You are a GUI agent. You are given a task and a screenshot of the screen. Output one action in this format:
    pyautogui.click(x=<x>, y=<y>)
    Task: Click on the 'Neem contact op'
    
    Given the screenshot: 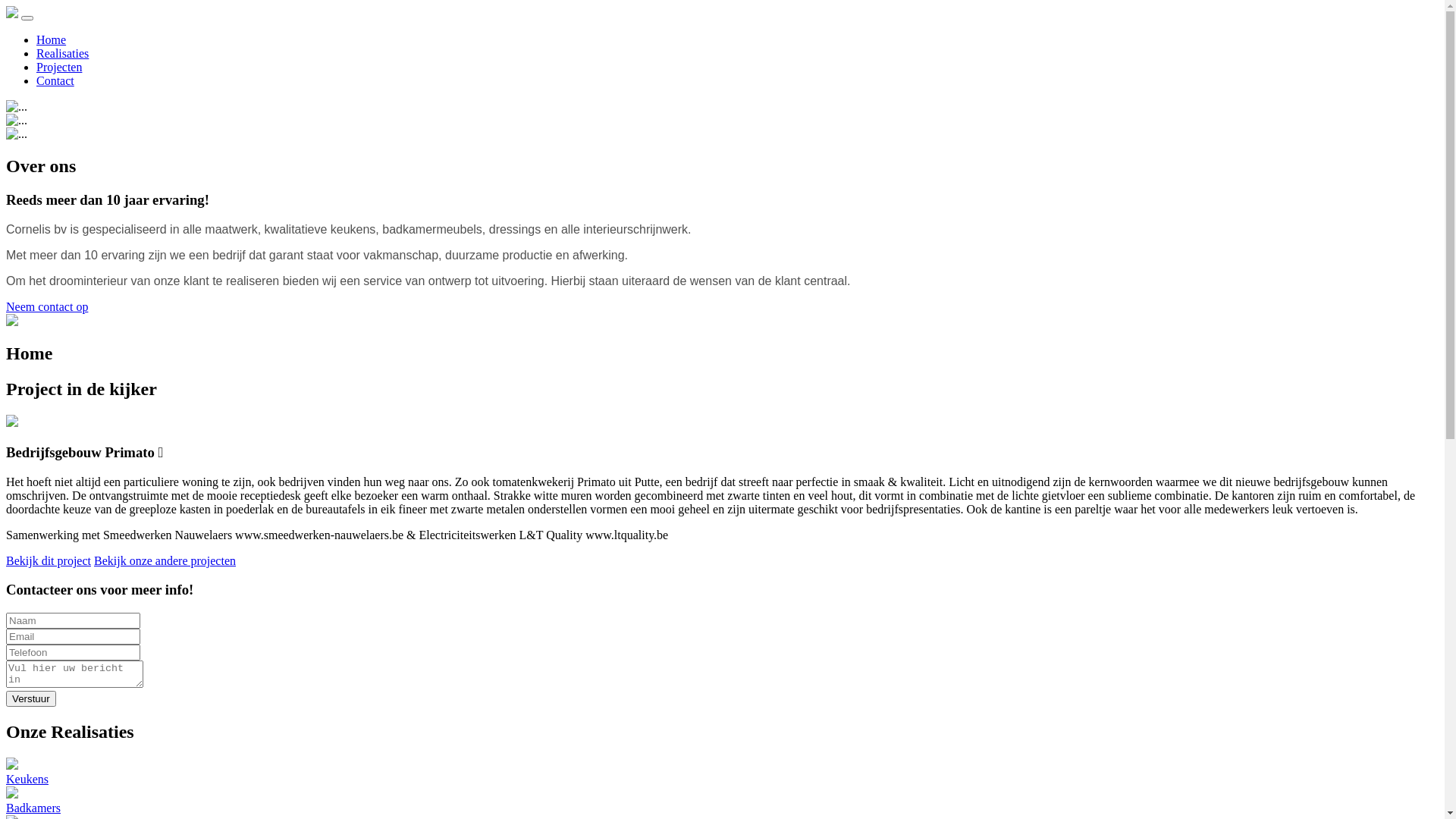 What is the action you would take?
    pyautogui.click(x=47, y=306)
    